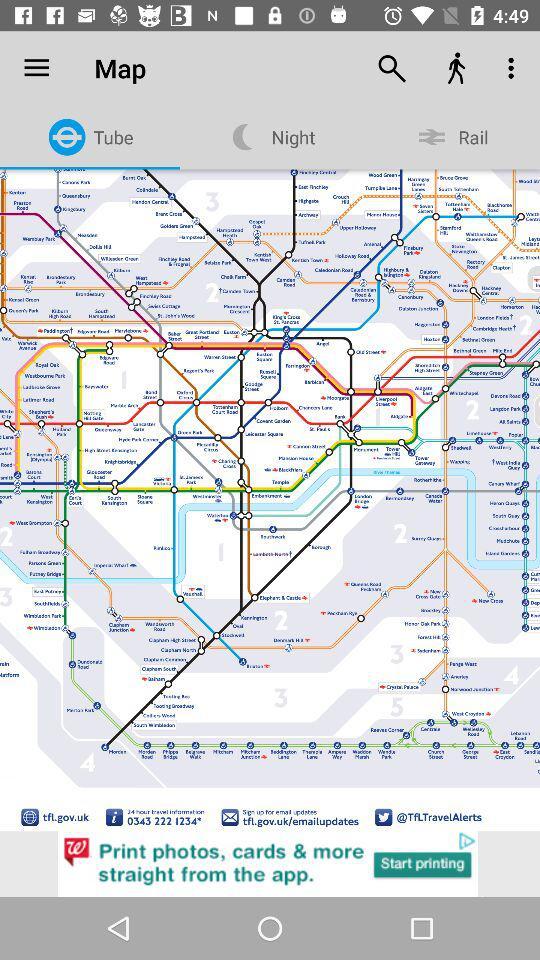  What do you see at coordinates (25, 89) in the screenshot?
I see `menu` at bounding box center [25, 89].